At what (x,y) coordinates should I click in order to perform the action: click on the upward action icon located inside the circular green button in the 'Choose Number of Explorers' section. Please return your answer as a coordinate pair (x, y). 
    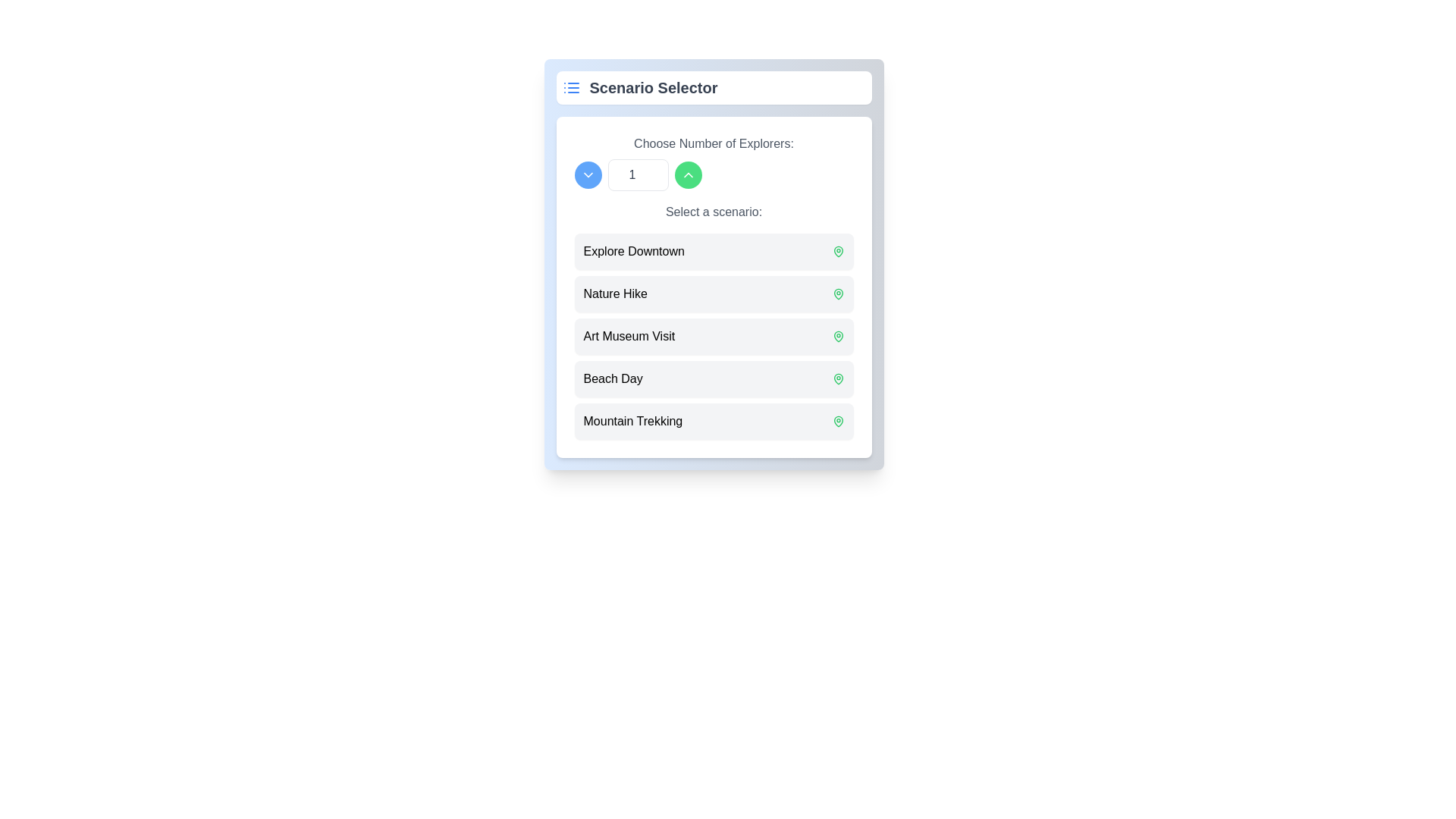
    Looking at the image, I should click on (687, 174).